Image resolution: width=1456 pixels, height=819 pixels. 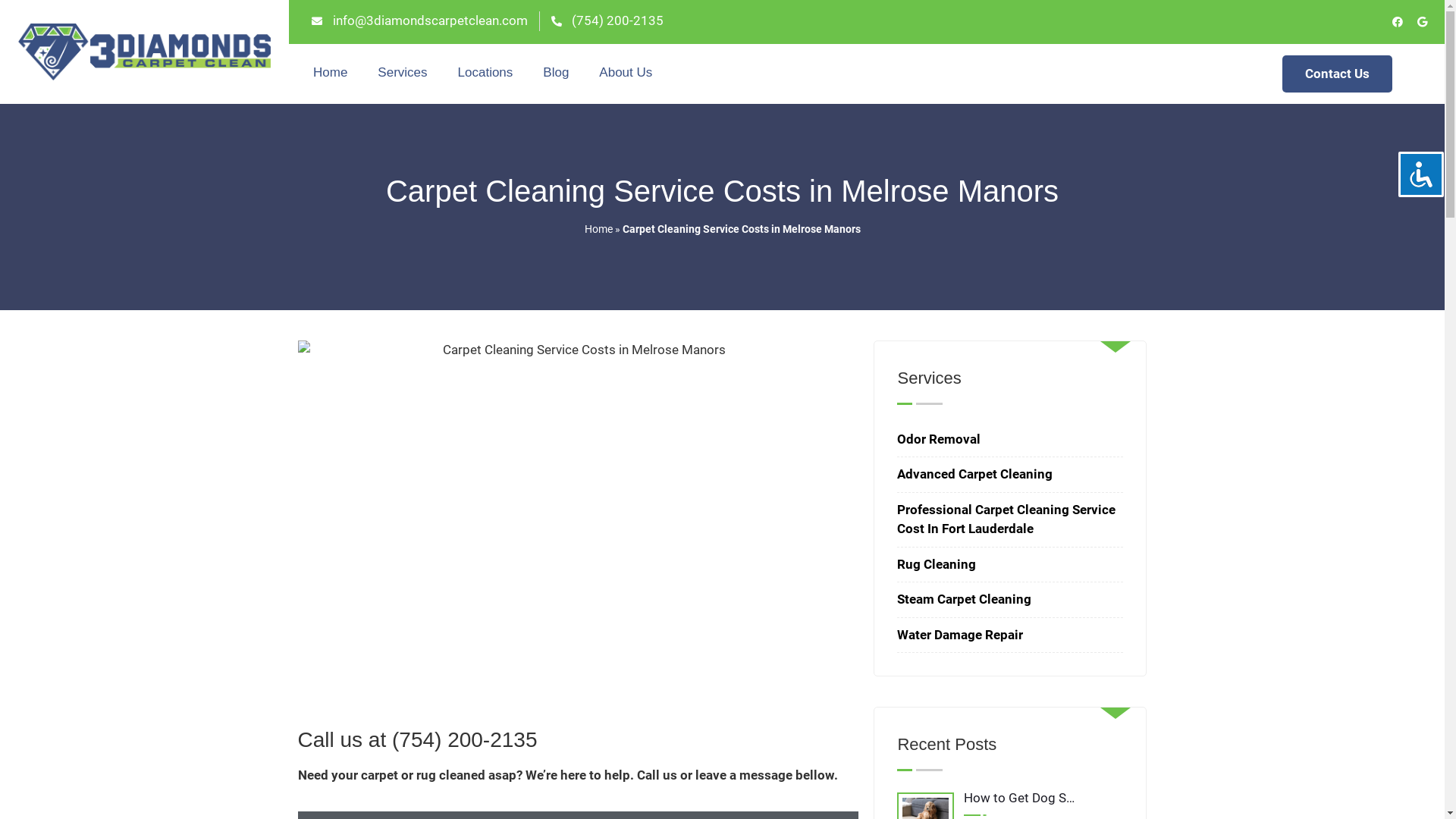 What do you see at coordinates (419, 20) in the screenshot?
I see `'info@3diamondscarpetclean.com'` at bounding box center [419, 20].